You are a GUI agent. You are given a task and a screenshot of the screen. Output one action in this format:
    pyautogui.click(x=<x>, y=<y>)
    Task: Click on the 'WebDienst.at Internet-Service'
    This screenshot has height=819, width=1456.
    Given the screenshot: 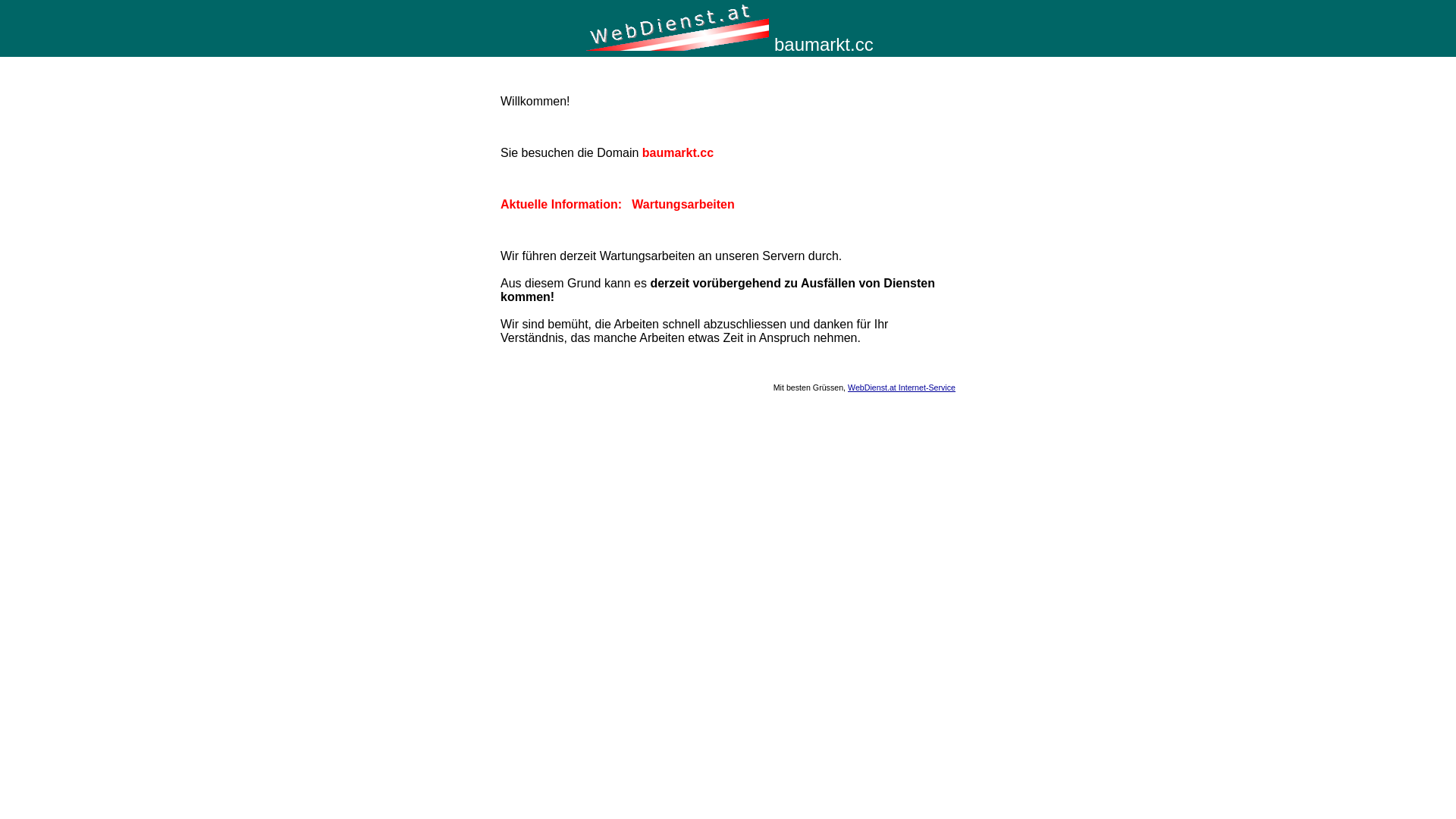 What is the action you would take?
    pyautogui.click(x=902, y=386)
    